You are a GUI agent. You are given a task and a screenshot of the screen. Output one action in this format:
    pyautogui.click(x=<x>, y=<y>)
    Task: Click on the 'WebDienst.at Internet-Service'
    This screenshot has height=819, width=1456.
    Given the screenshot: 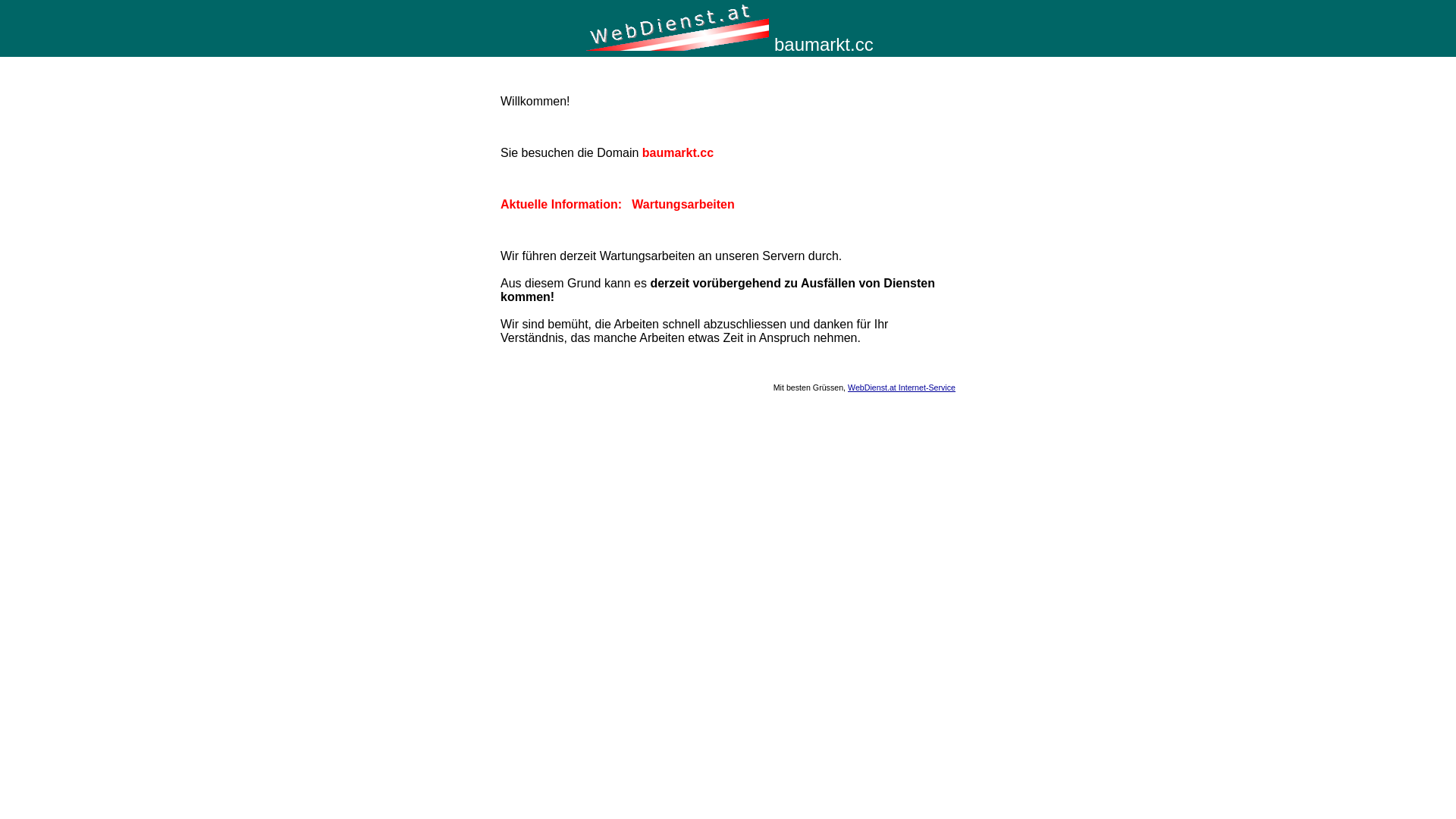 What is the action you would take?
    pyautogui.click(x=902, y=386)
    